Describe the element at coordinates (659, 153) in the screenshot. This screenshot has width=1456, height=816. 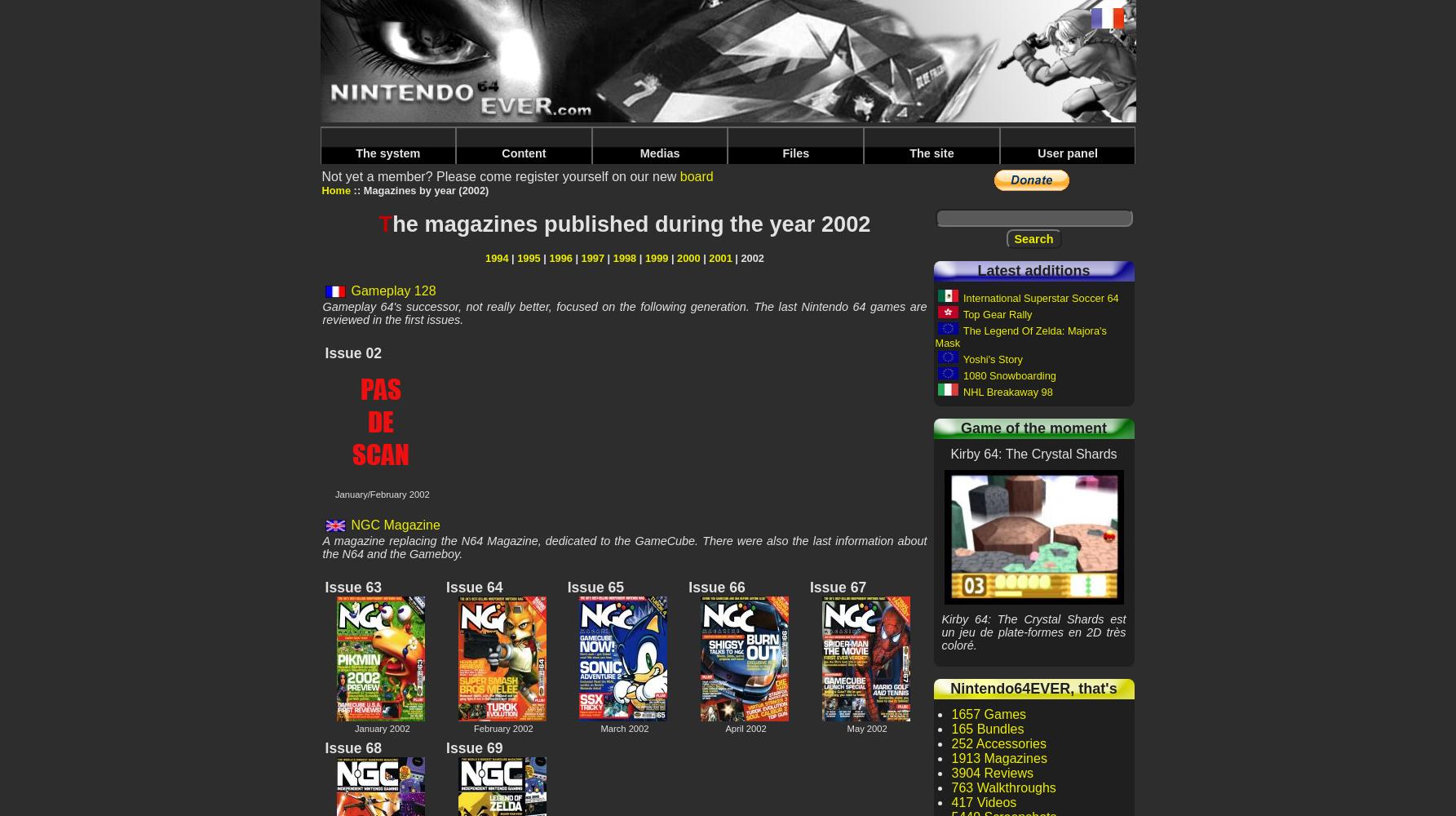
I see `'Medias'` at that location.